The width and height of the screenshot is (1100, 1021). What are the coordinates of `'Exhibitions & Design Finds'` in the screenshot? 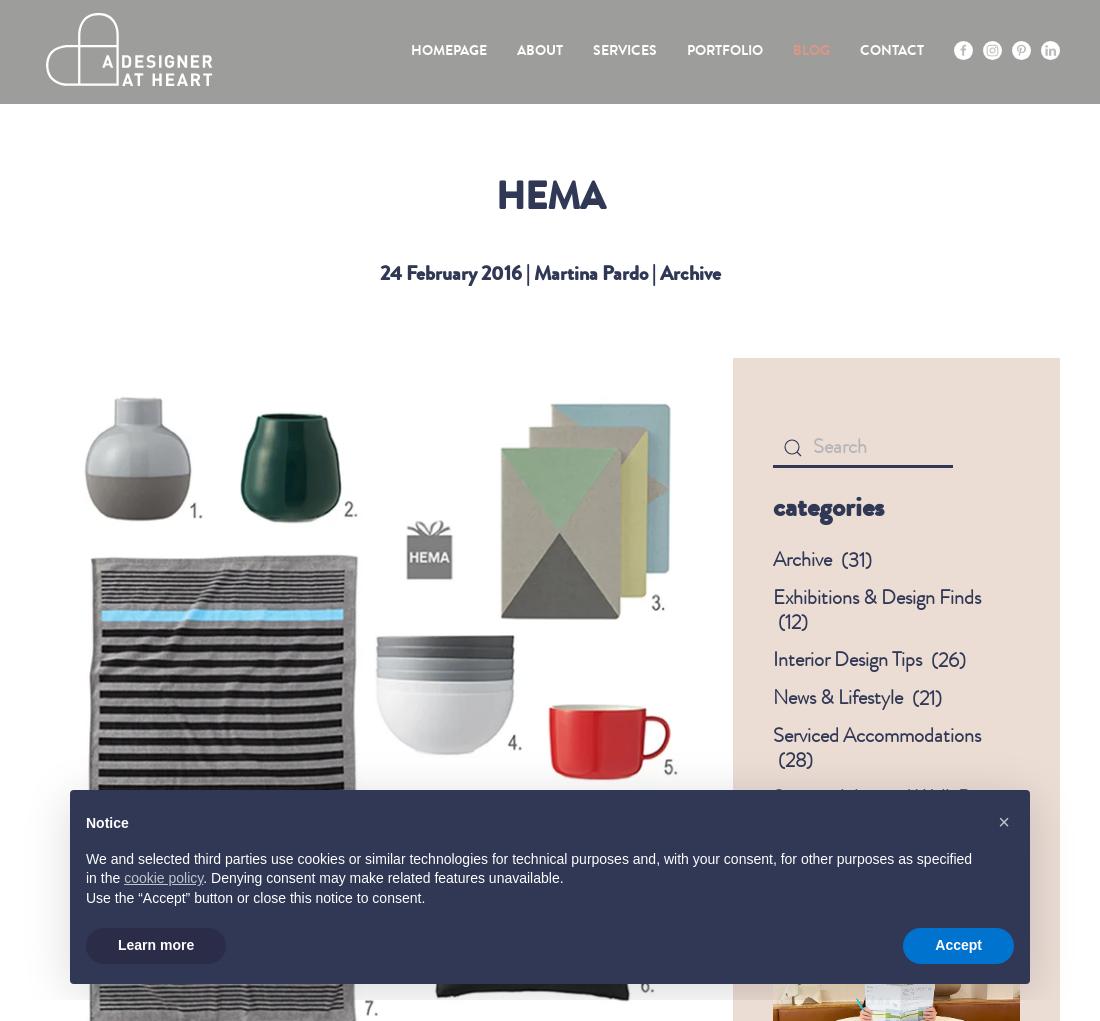 It's located at (876, 595).